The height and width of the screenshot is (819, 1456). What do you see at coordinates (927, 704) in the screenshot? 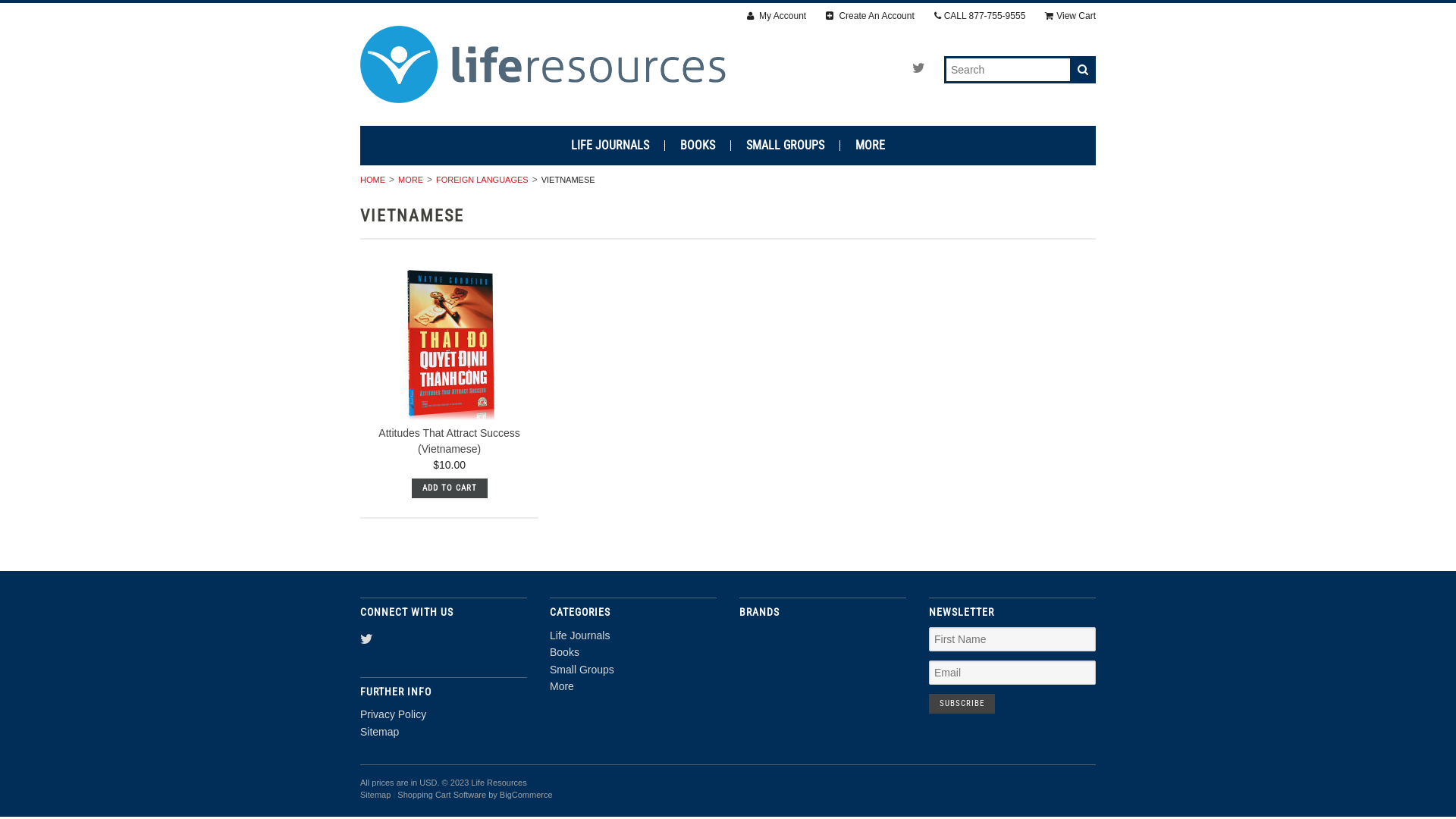
I see `'Subscribe'` at bounding box center [927, 704].